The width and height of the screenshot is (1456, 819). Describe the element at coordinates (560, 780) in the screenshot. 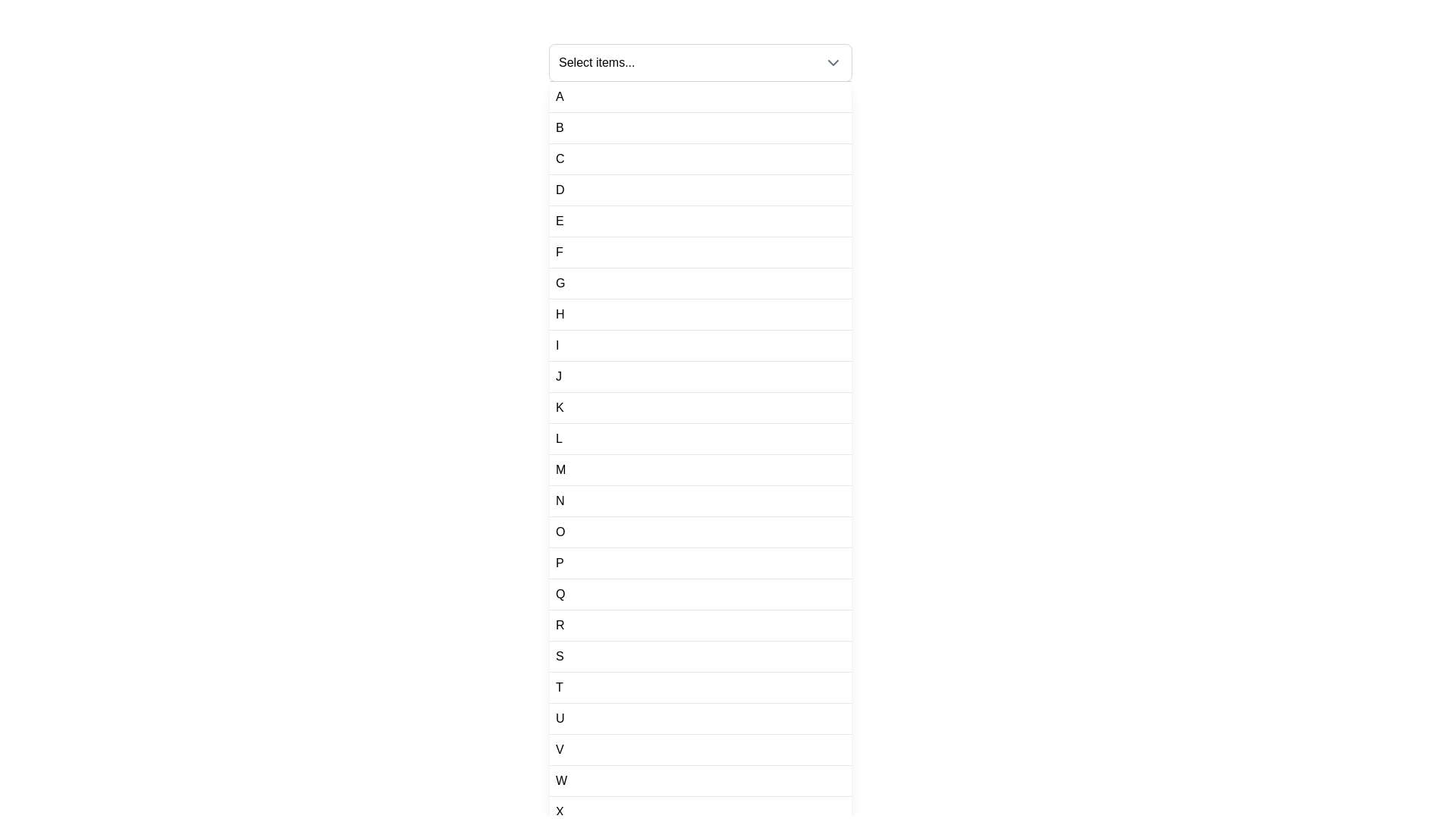

I see `the letter 'W' in the alphabetical dropdown menu, which is positioned between 'V' and 'X', to emphasize the option` at that location.